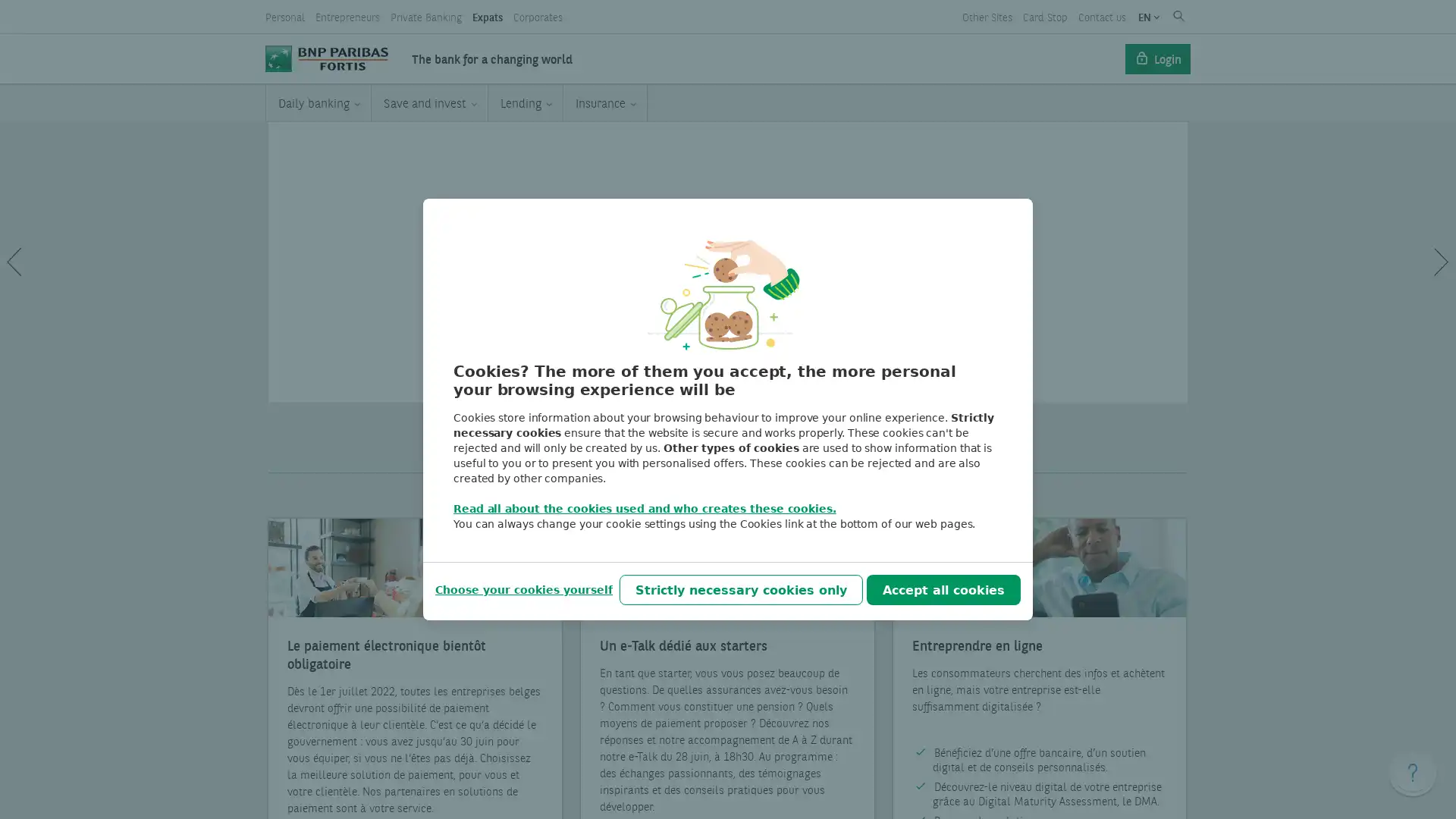 The height and width of the screenshot is (819, 1456). I want to click on Submit, so click(1178, 17).